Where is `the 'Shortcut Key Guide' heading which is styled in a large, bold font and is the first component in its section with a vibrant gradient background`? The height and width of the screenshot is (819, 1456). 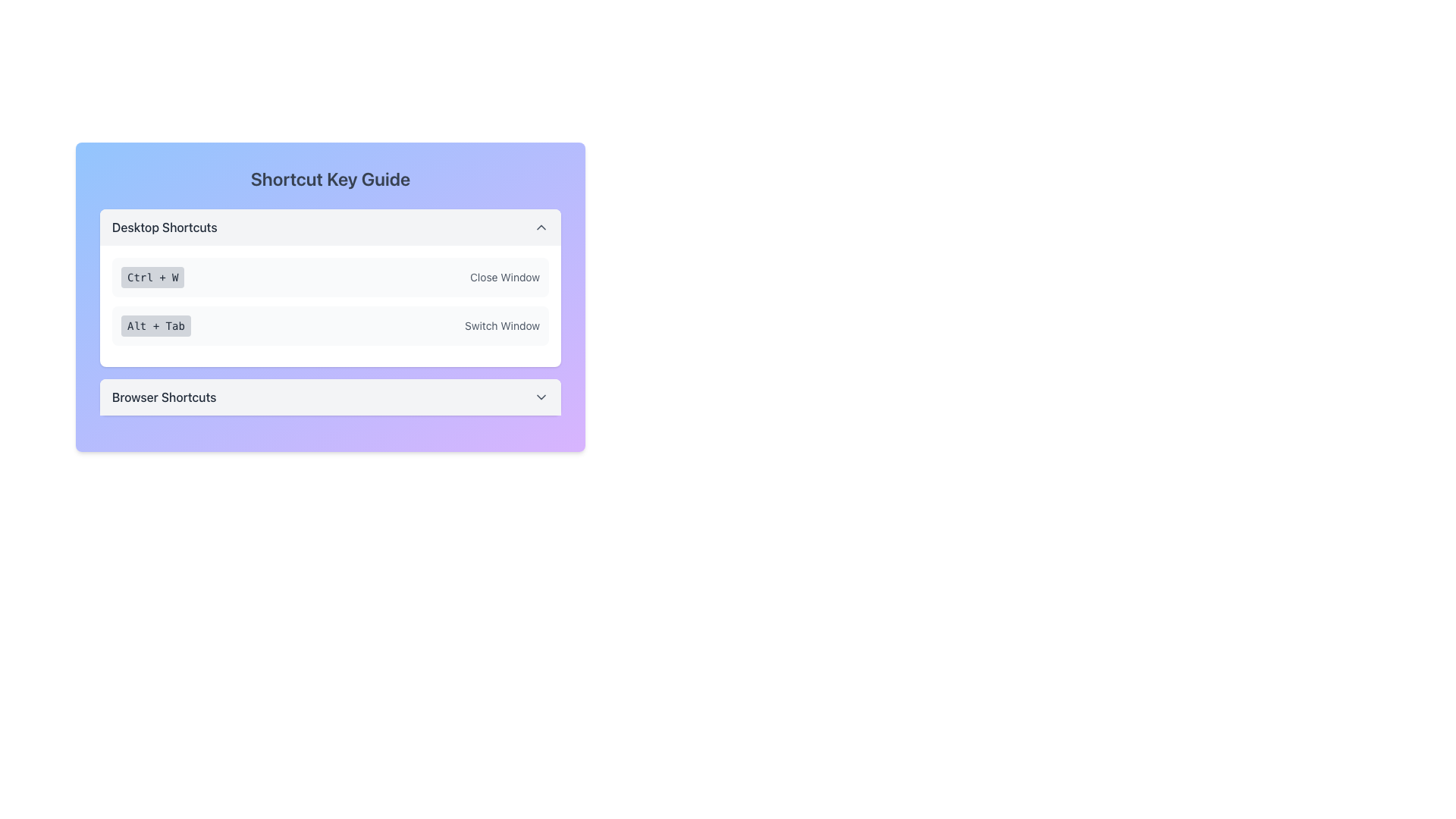
the 'Shortcut Key Guide' heading which is styled in a large, bold font and is the first component in its section with a vibrant gradient background is located at coordinates (330, 177).